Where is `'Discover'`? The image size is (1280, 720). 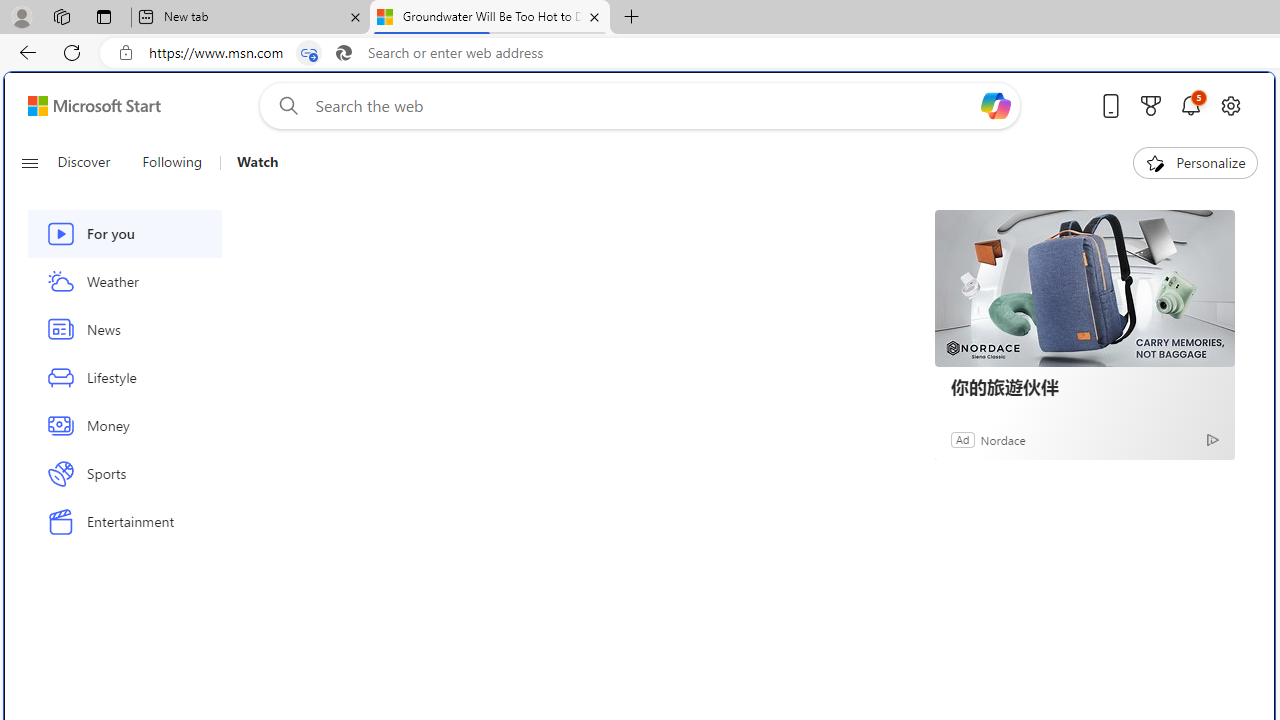
'Discover' is located at coordinates (91, 162).